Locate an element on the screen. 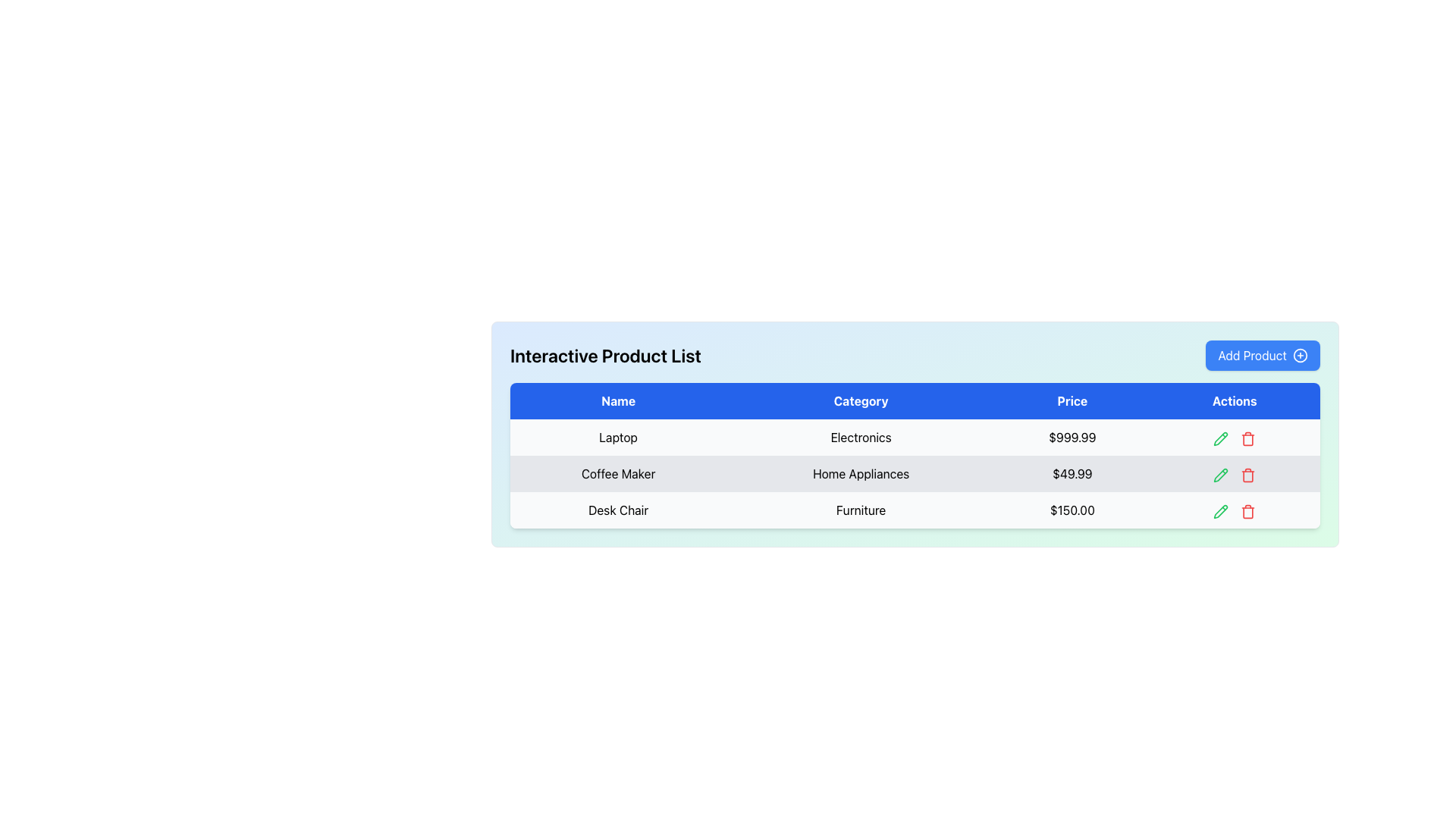 This screenshot has height=819, width=1456. the appearance of the circular icon with a plus sign in its middle, located to the right of the 'Add Product' button text is located at coordinates (1299, 356).